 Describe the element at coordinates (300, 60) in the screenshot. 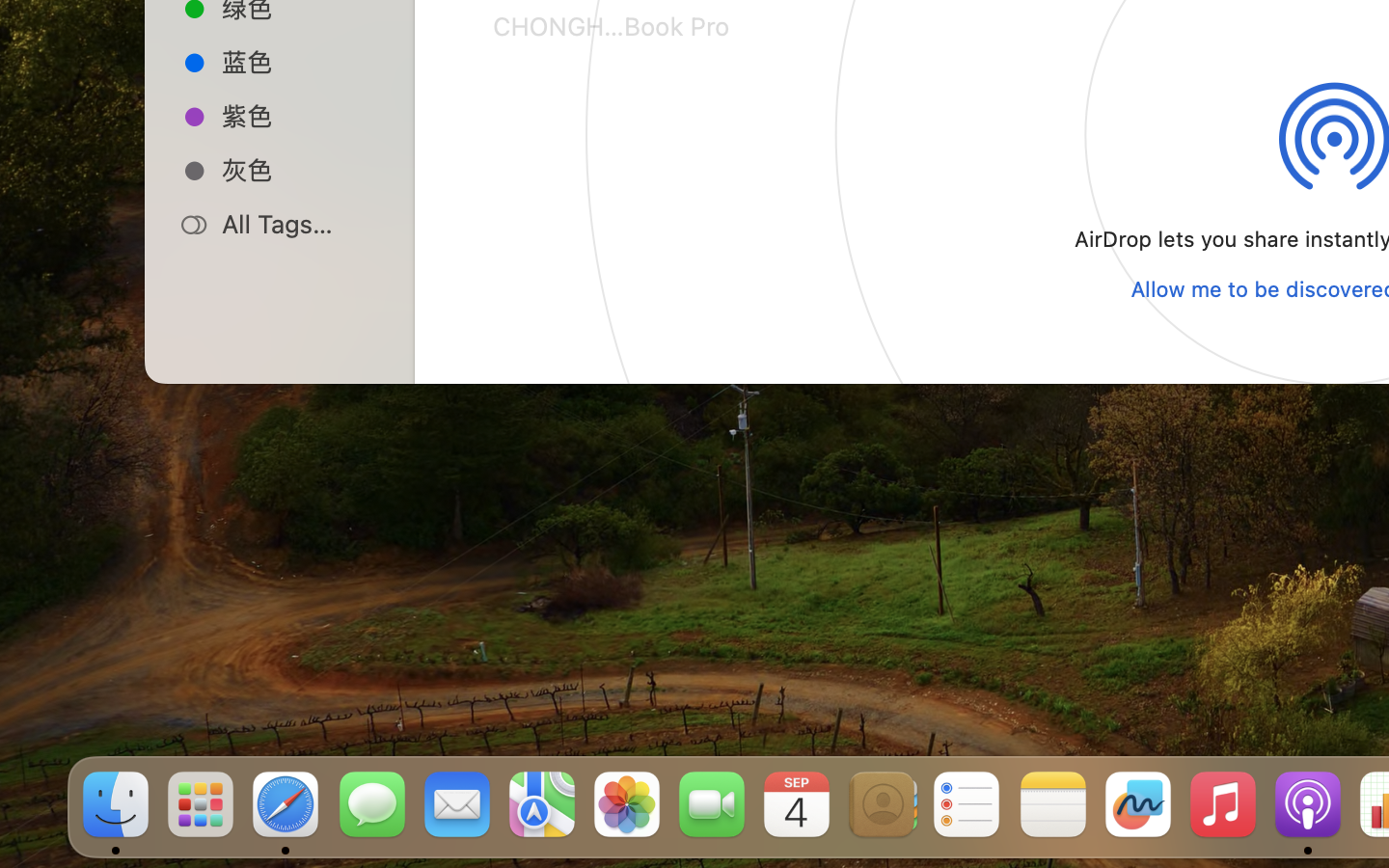

I see `'蓝色'` at that location.